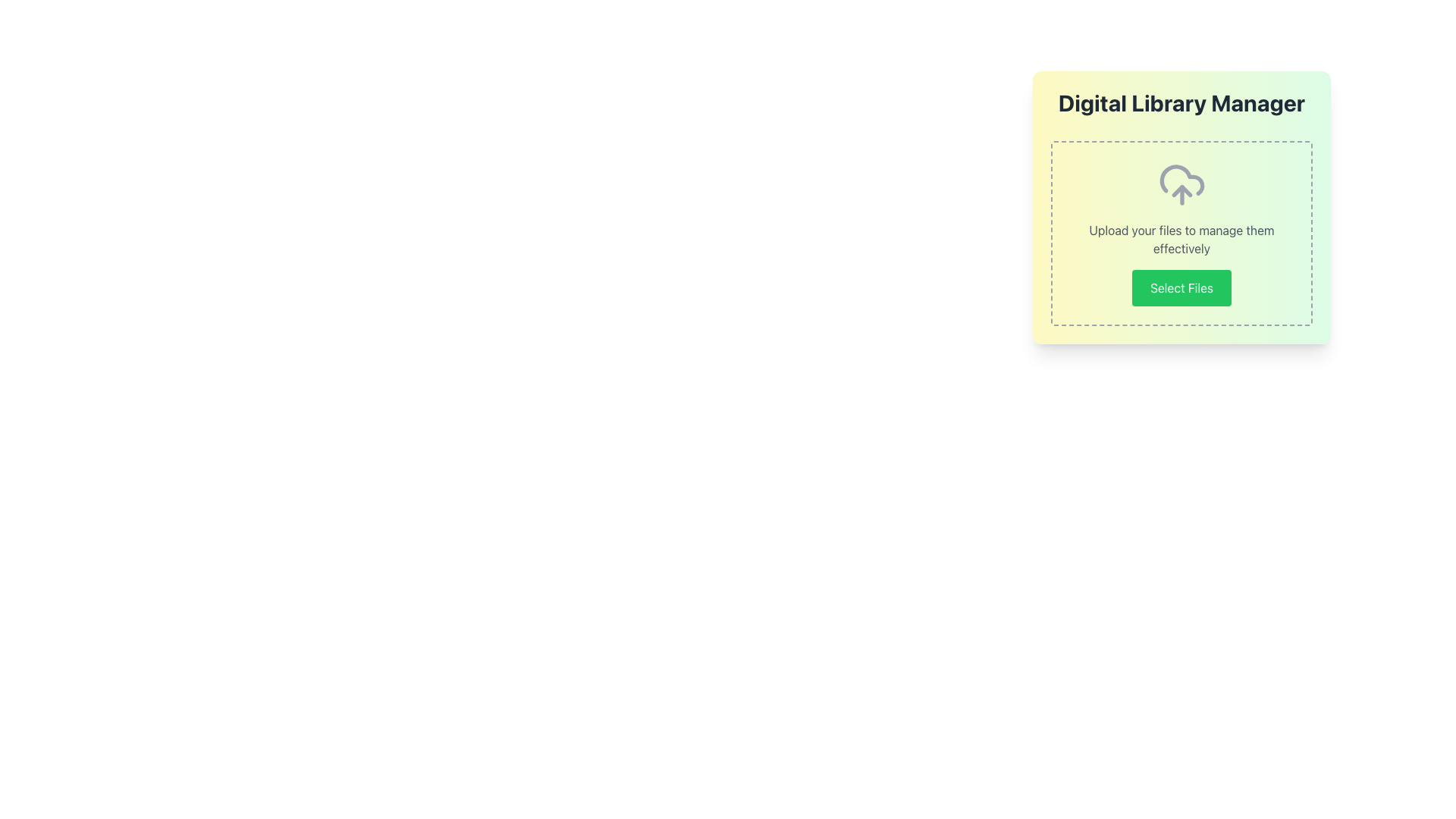 The width and height of the screenshot is (1456, 819). What do you see at coordinates (1181, 239) in the screenshot?
I see `the instructional text label that provides context about the associated UI components, located below the cloud icon and above the 'Select Files' button` at bounding box center [1181, 239].